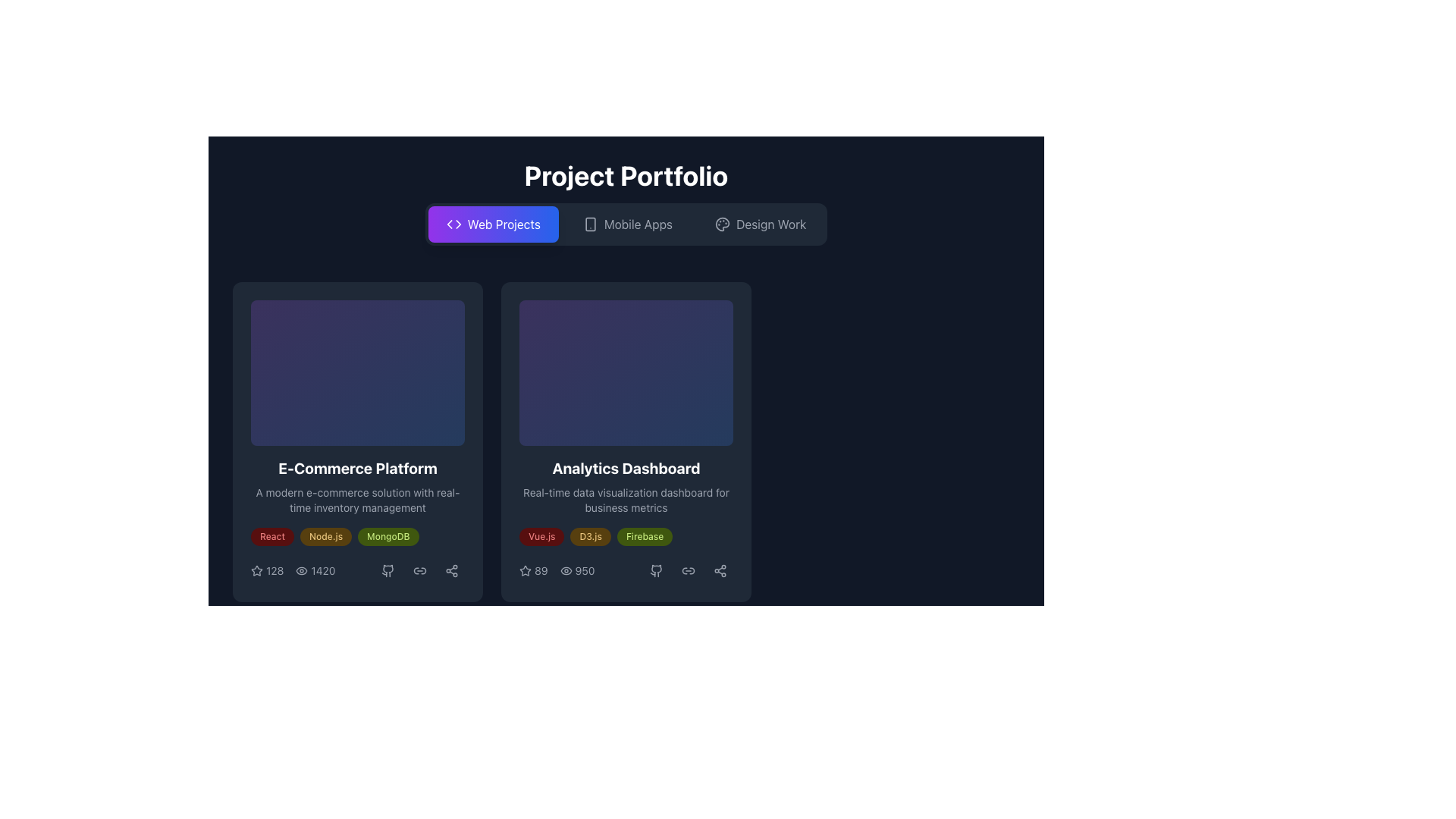 The height and width of the screenshot is (819, 1456). What do you see at coordinates (590, 536) in the screenshot?
I see `the D3.js badge, which represents the use of the D3.js library in the Analytics Dashboard project, located in the middle of a group of three technology badges` at bounding box center [590, 536].